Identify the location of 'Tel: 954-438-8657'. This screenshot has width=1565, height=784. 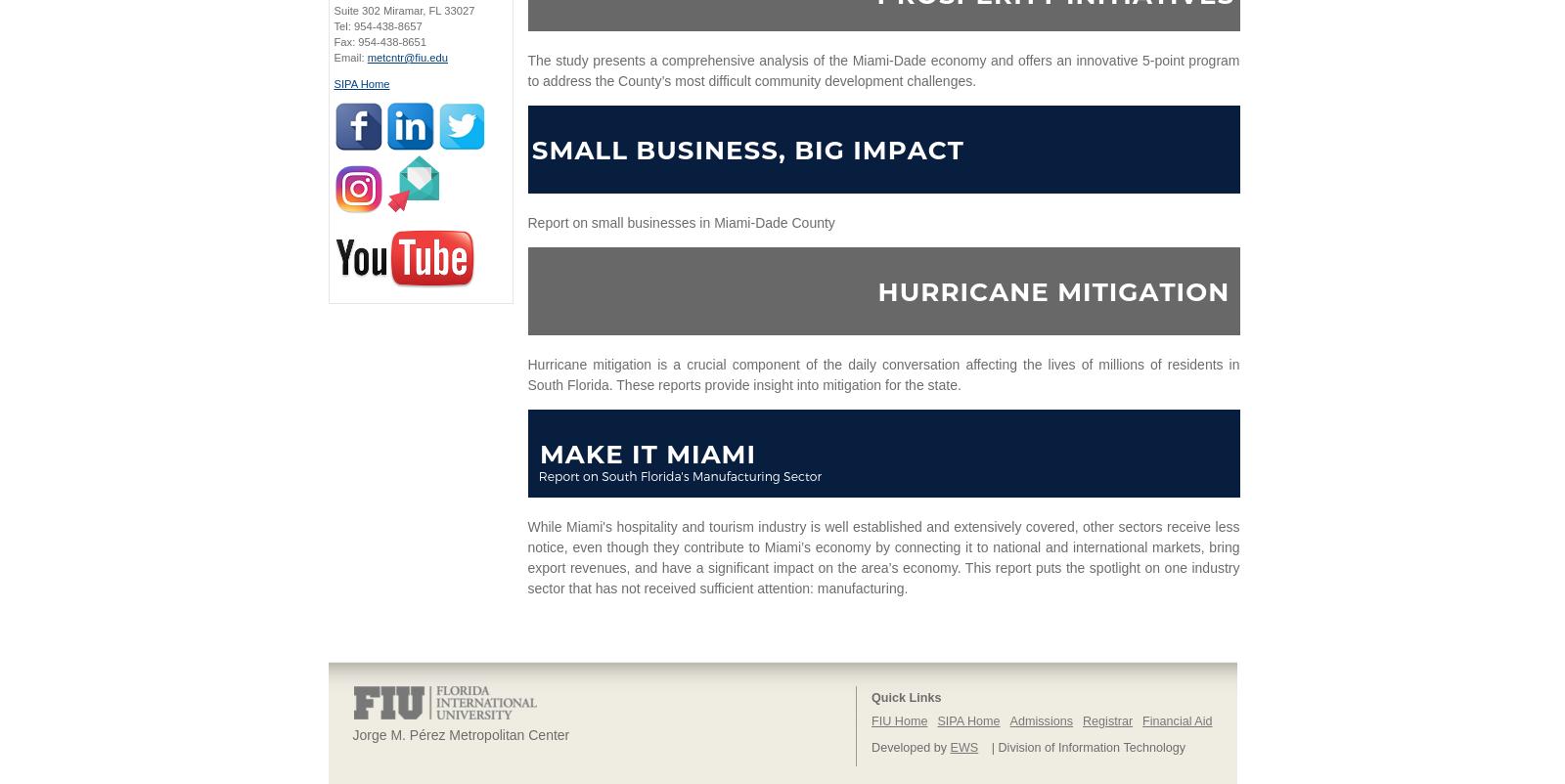
(333, 26).